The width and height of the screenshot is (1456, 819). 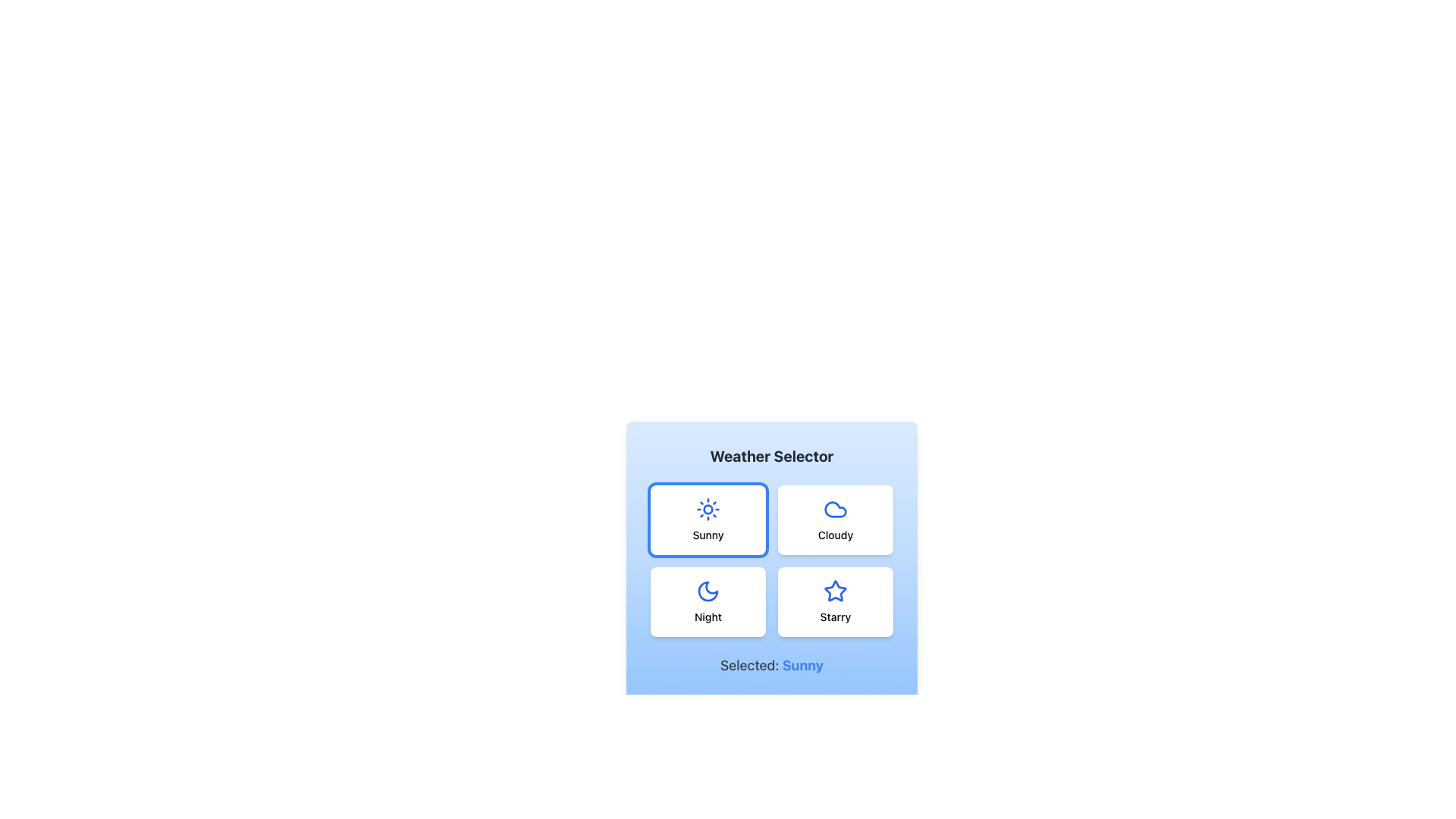 I want to click on the 'Sunny' weather selection button located in the upper-left corner of the 'Weather Selector' section, so click(x=708, y=519).